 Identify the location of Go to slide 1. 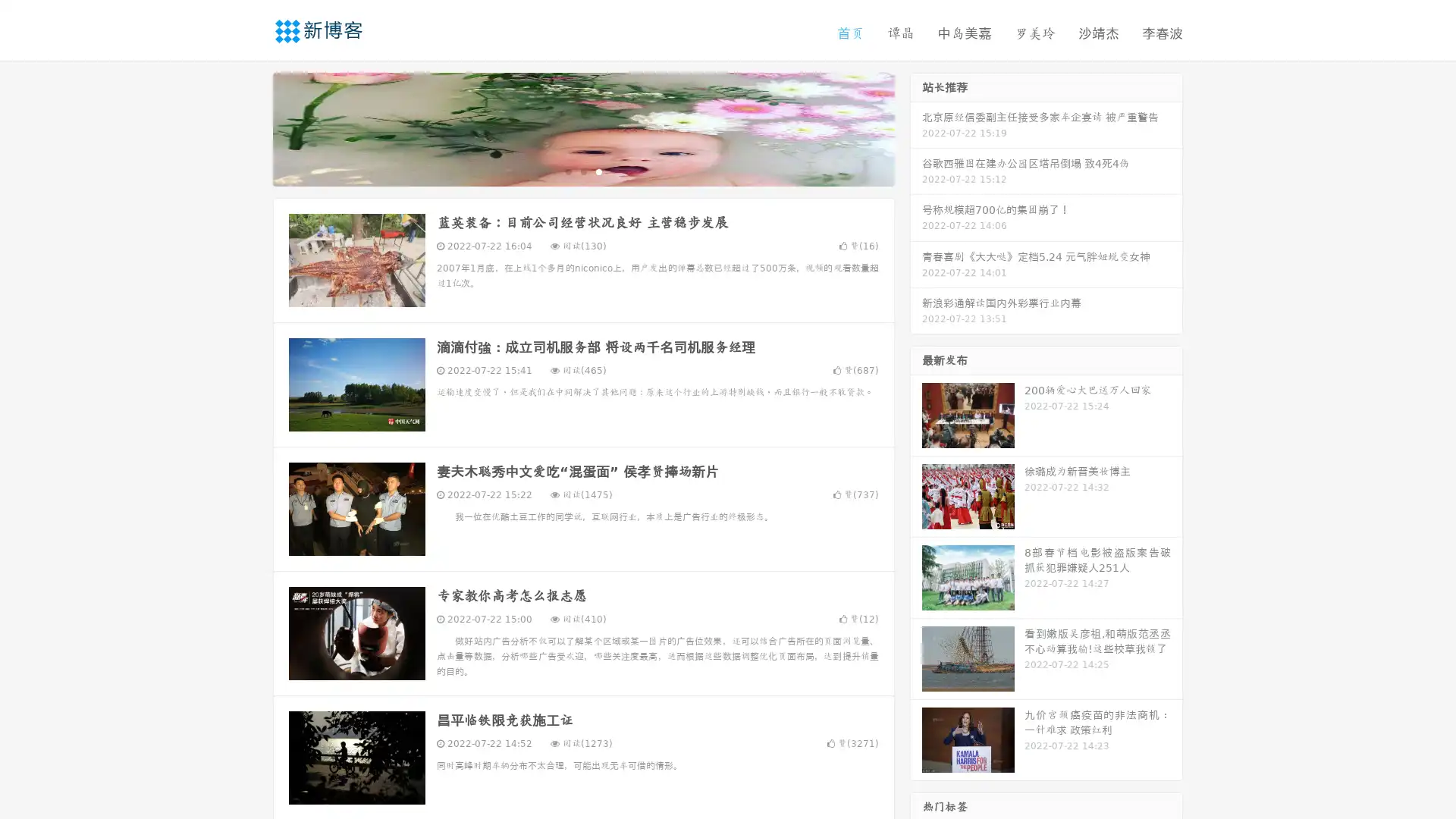
(567, 171).